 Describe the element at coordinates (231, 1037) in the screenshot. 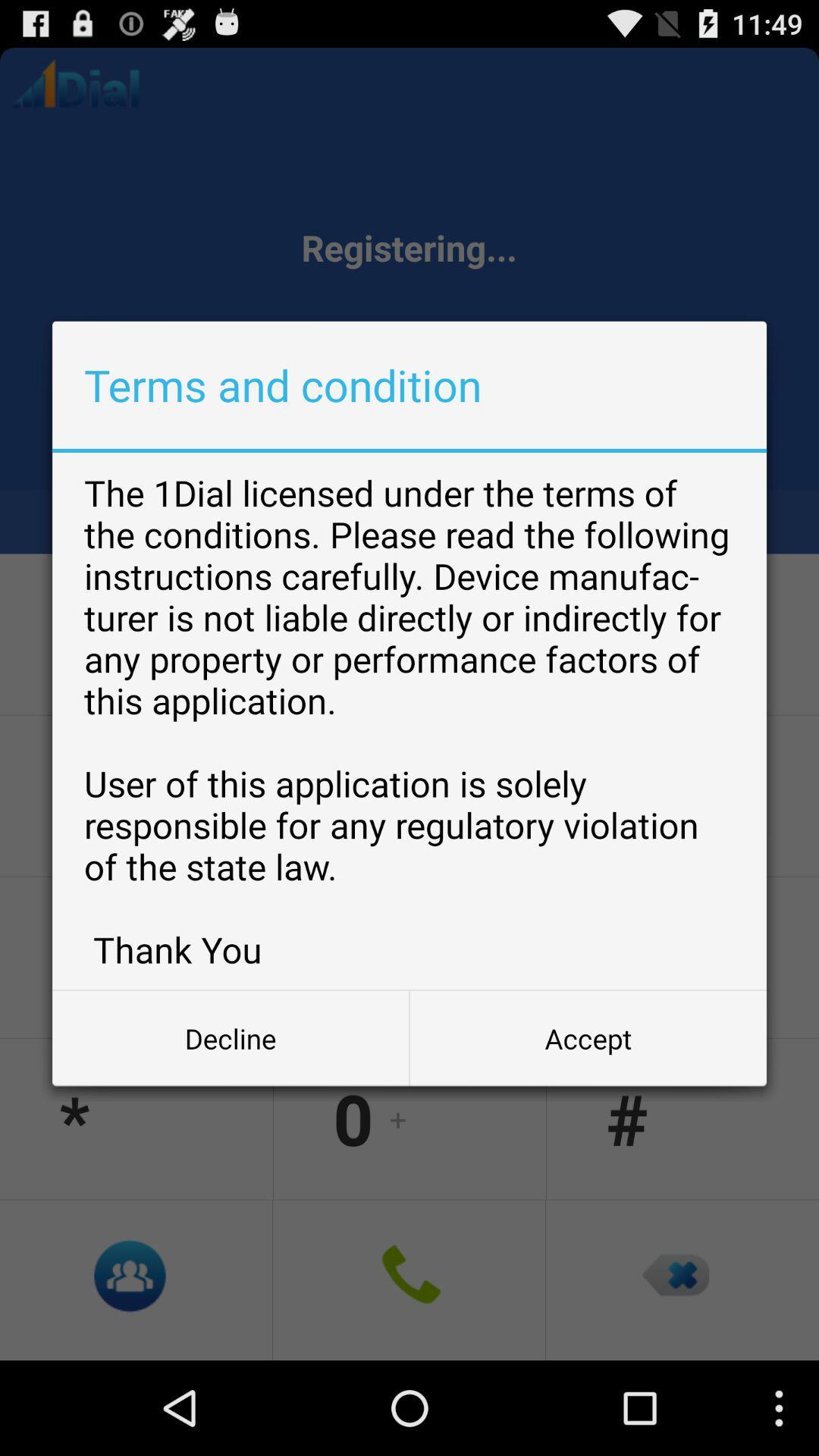

I see `the decline at the bottom left corner` at that location.